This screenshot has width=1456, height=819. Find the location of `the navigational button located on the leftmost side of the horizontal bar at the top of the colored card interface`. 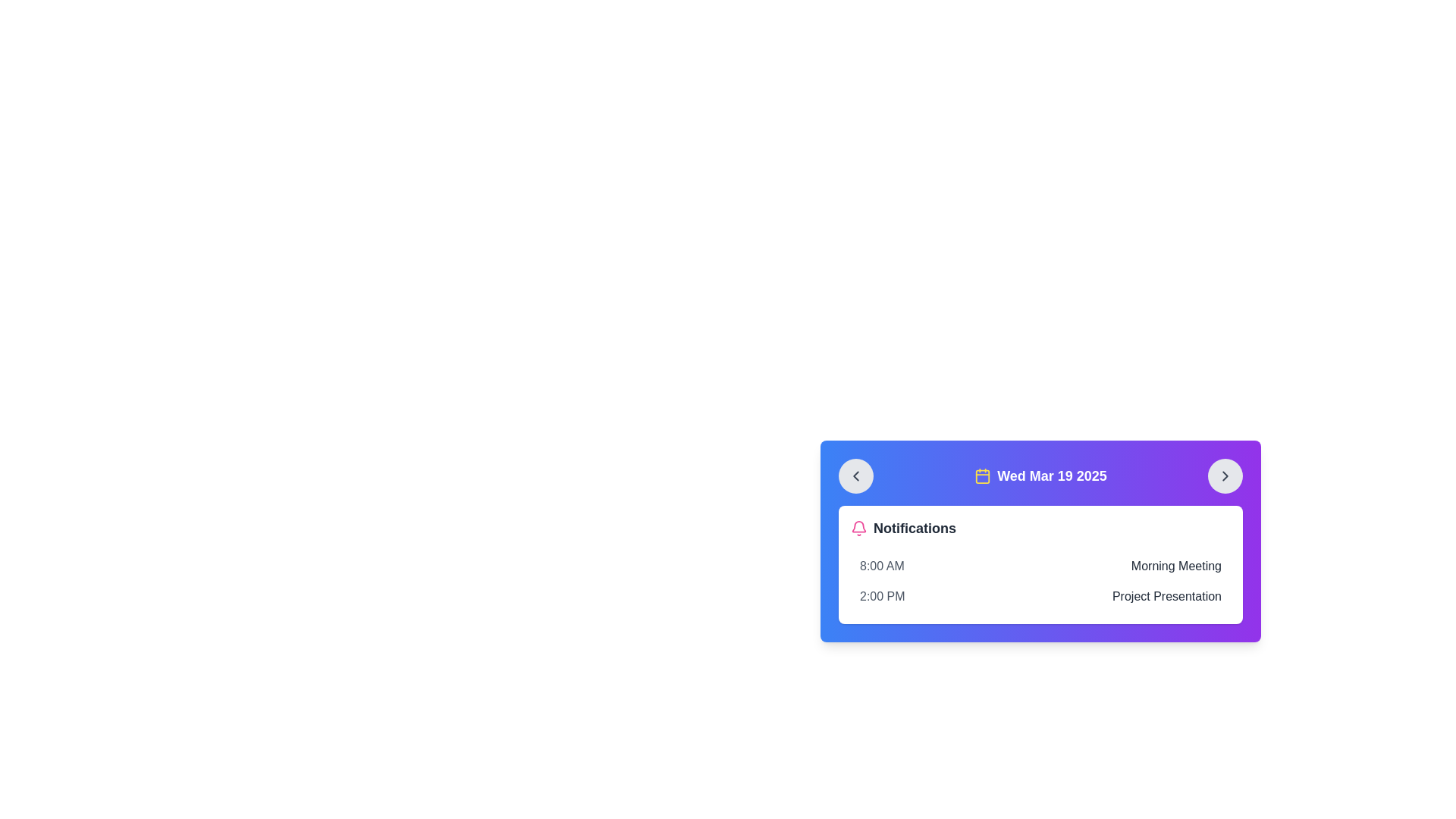

the navigational button located on the leftmost side of the horizontal bar at the top of the colored card interface is located at coordinates (855, 475).